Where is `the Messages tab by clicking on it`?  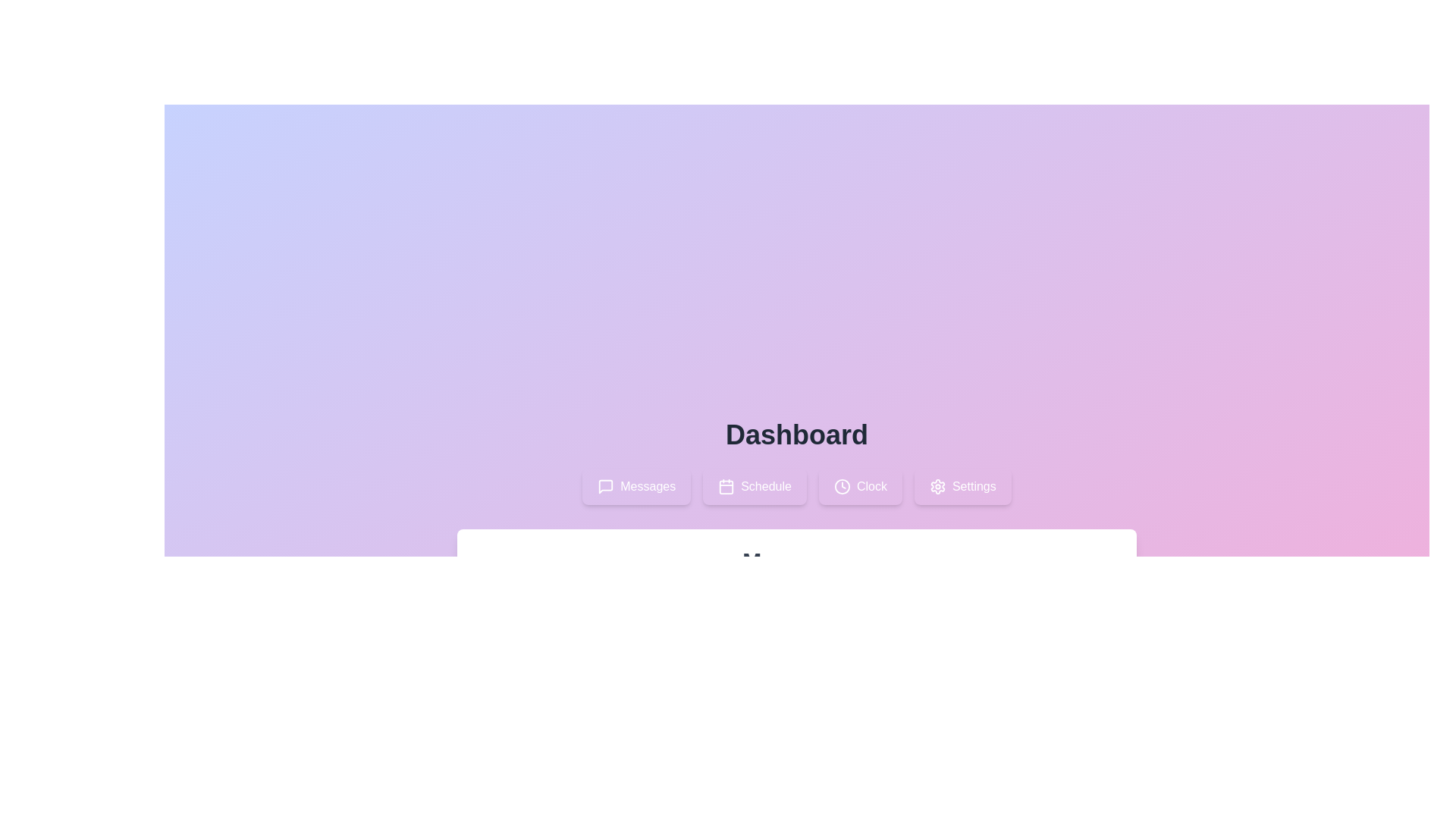 the Messages tab by clicking on it is located at coordinates (636, 486).